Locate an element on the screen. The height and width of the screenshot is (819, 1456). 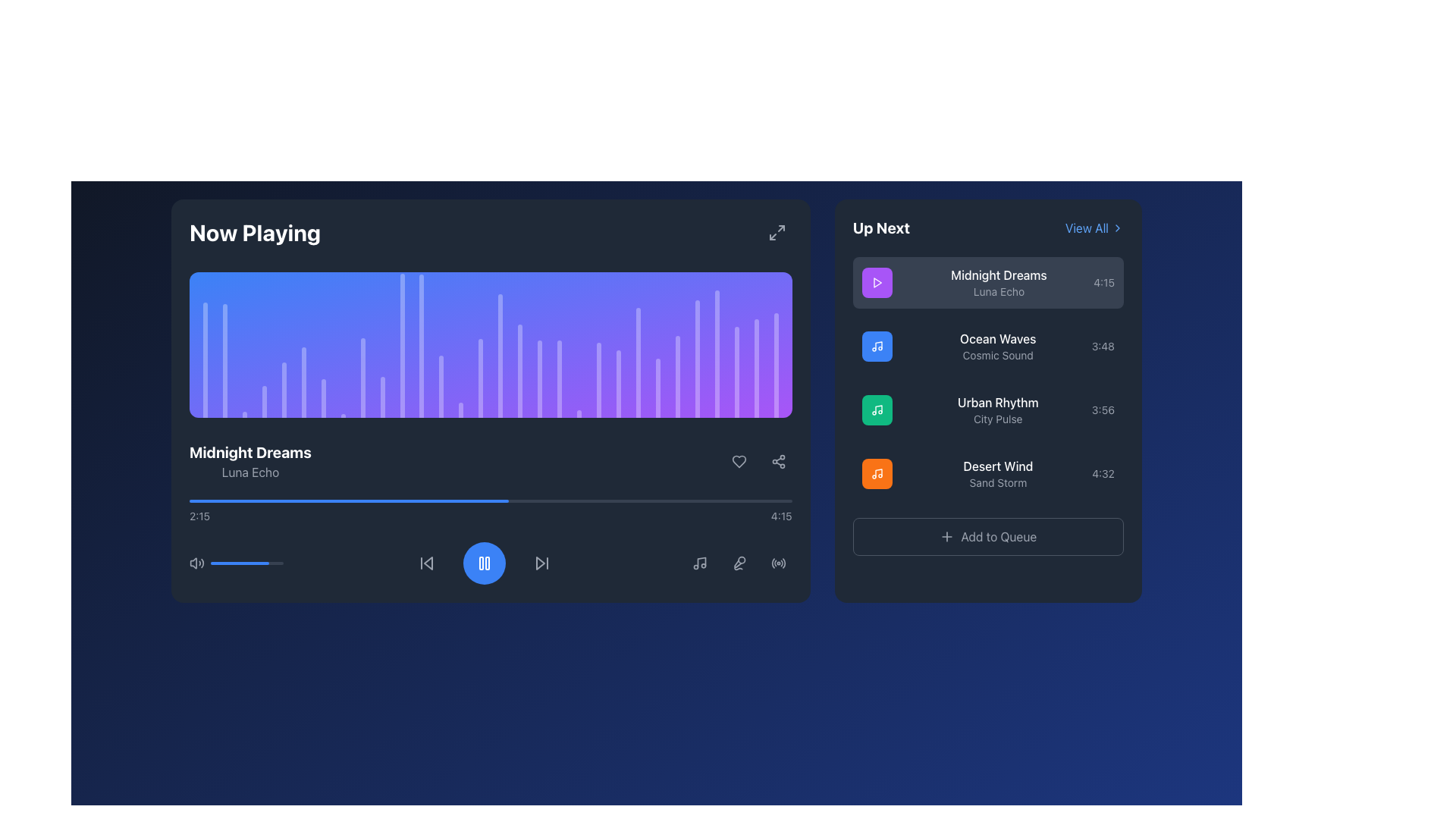
the height or animation of the Graphic visualizer bar, which is a vertical bar with rounded ends and a gradient coloring scheme, located in the Now Playing area of the spectrum visualizer interface is located at coordinates (716, 353).